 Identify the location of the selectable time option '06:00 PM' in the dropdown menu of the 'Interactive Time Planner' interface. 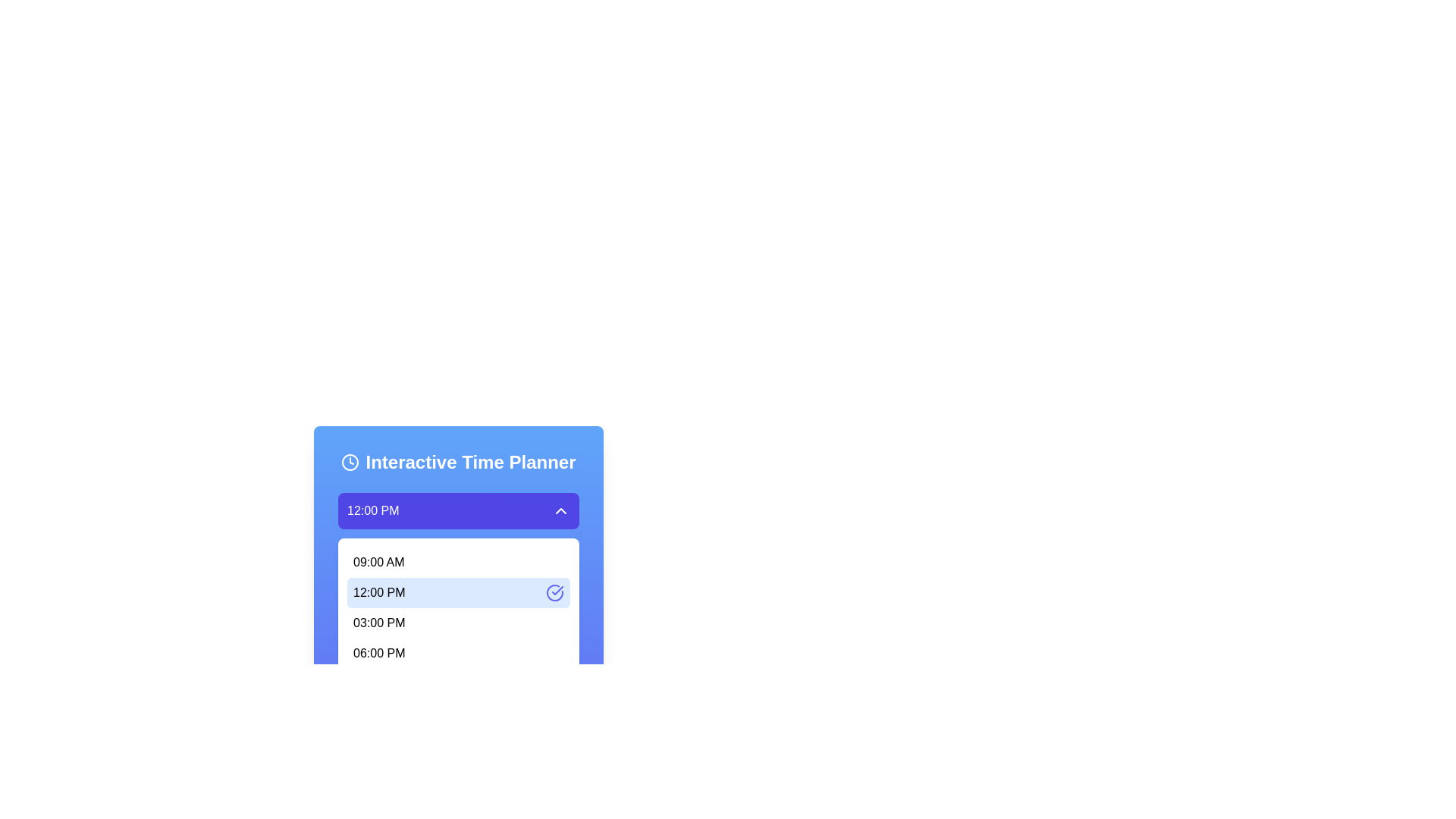
(457, 652).